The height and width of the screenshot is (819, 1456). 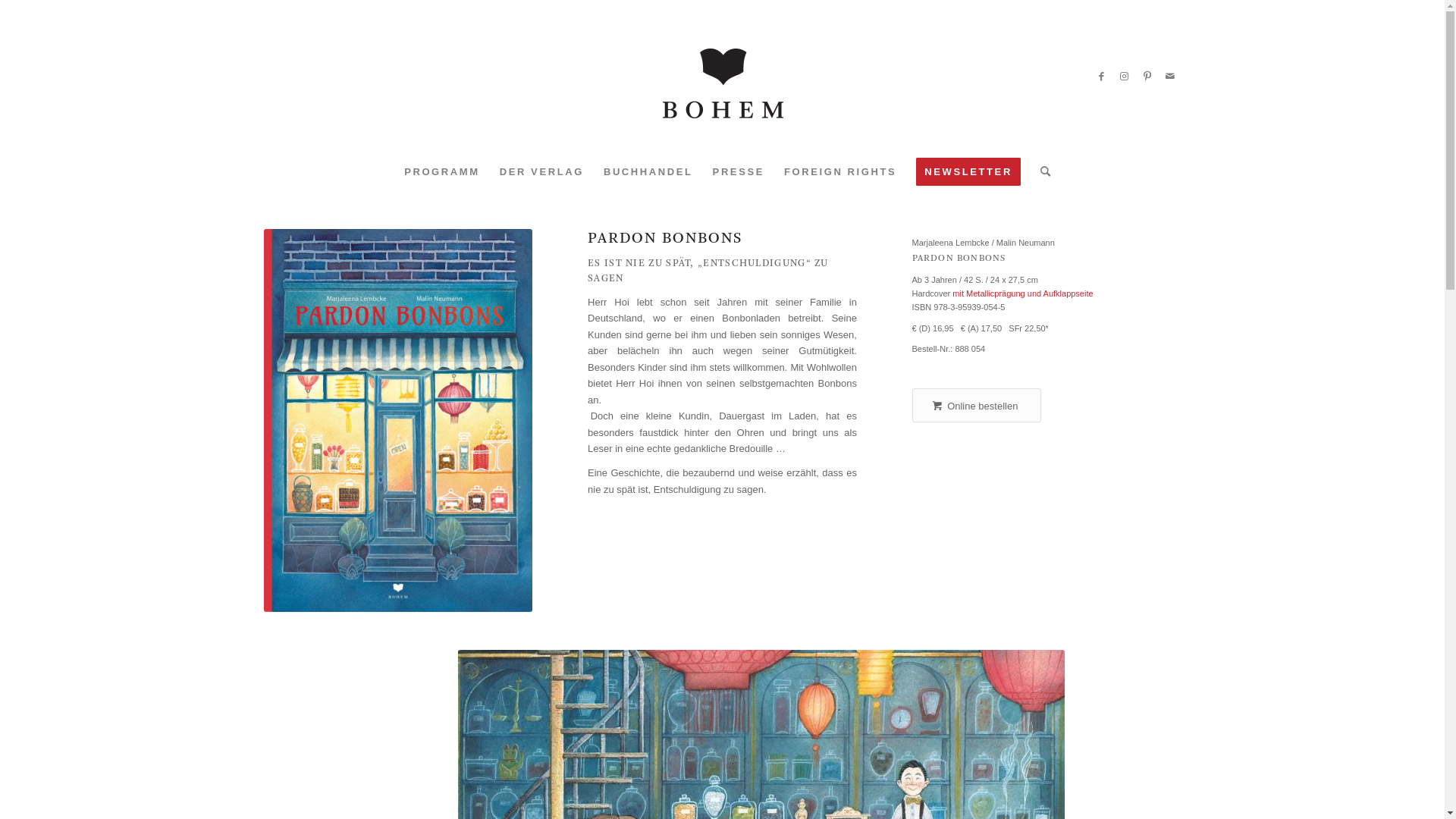 I want to click on 'PROGRAMM', so click(x=441, y=171).